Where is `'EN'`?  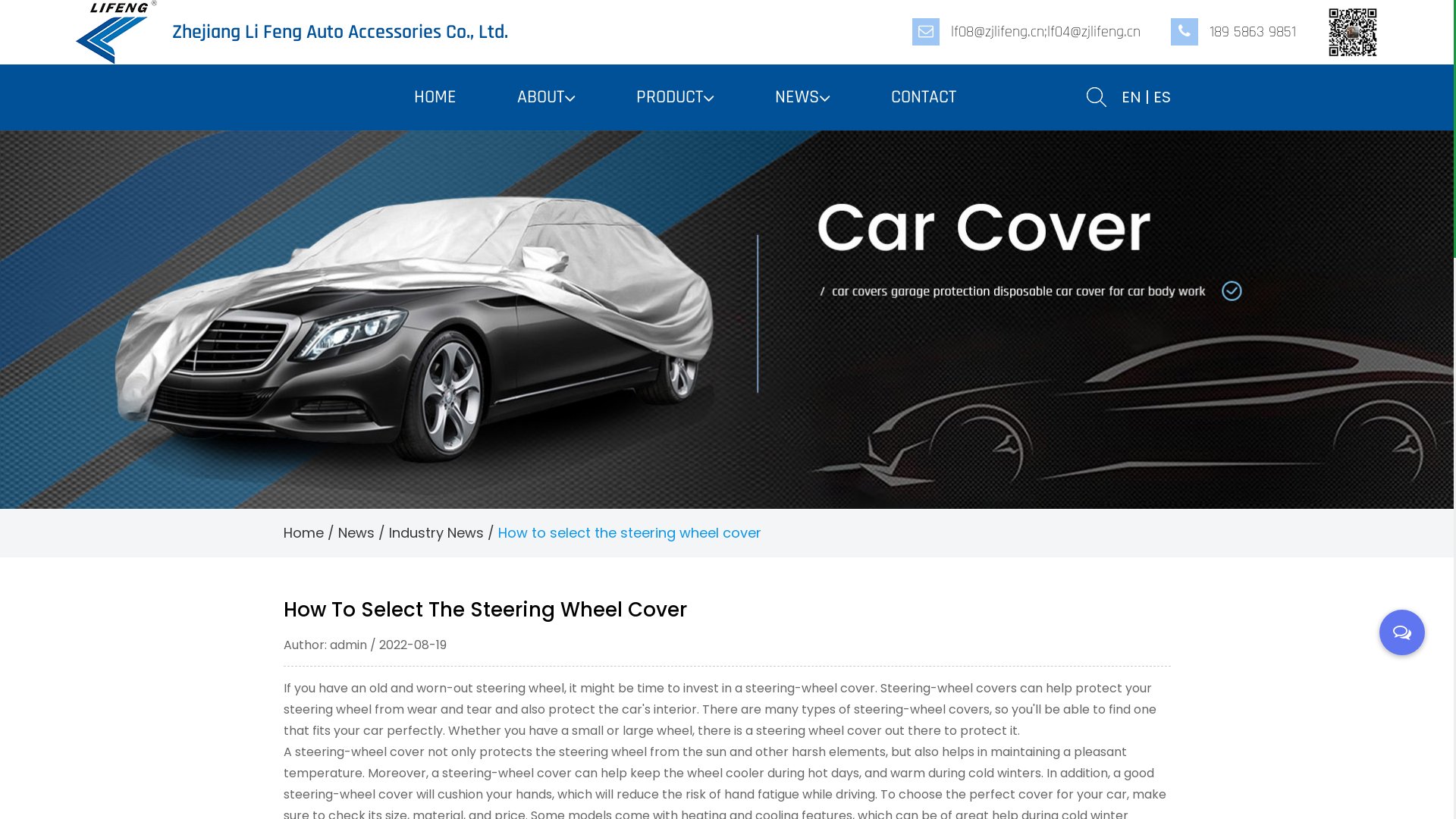
'EN' is located at coordinates (1131, 96).